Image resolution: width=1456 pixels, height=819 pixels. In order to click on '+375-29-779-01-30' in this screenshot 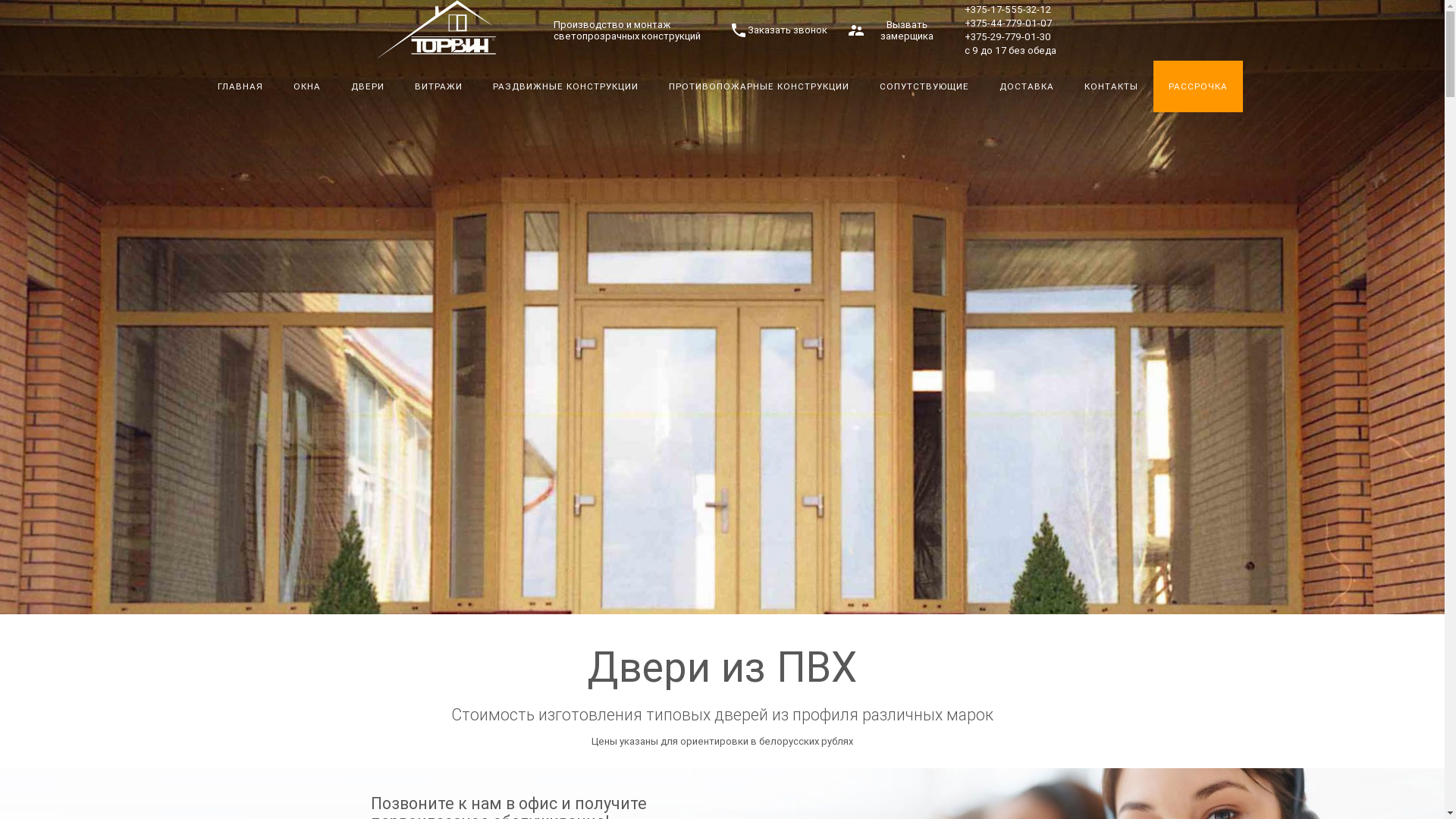, I will do `click(1008, 36)`.